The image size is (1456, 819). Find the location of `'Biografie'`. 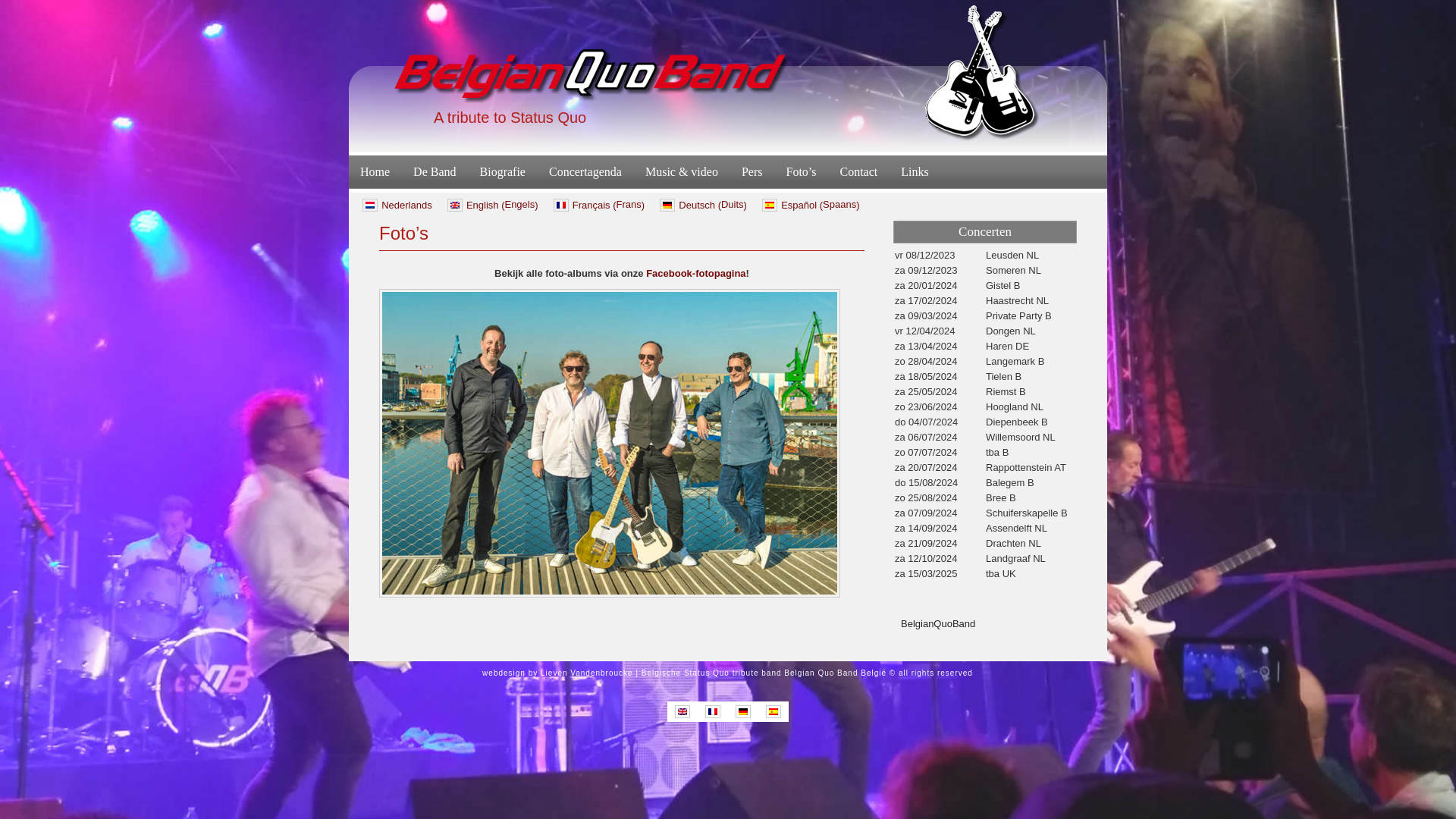

'Biografie' is located at coordinates (468, 171).